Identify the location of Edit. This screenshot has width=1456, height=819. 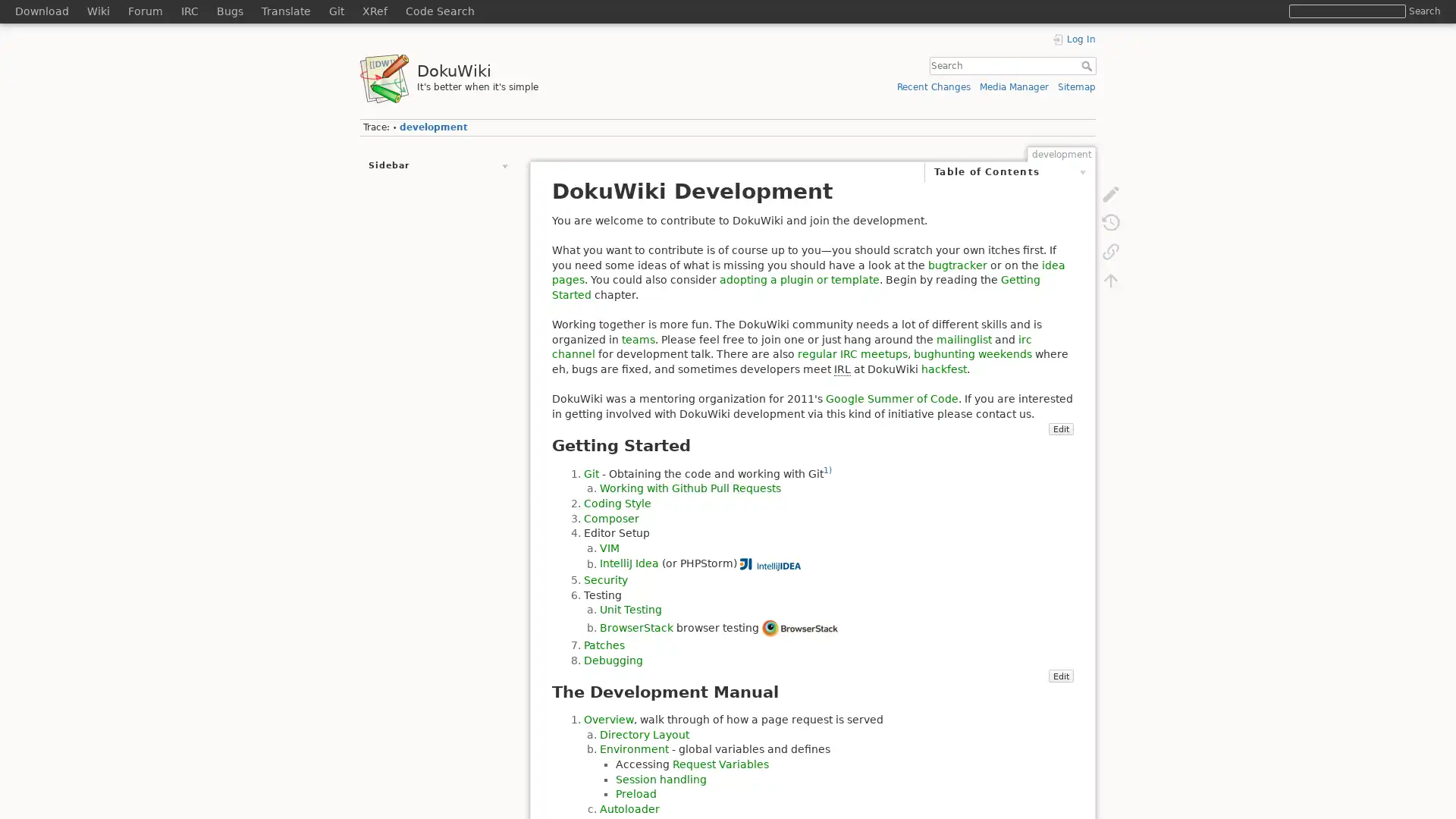
(1059, 690).